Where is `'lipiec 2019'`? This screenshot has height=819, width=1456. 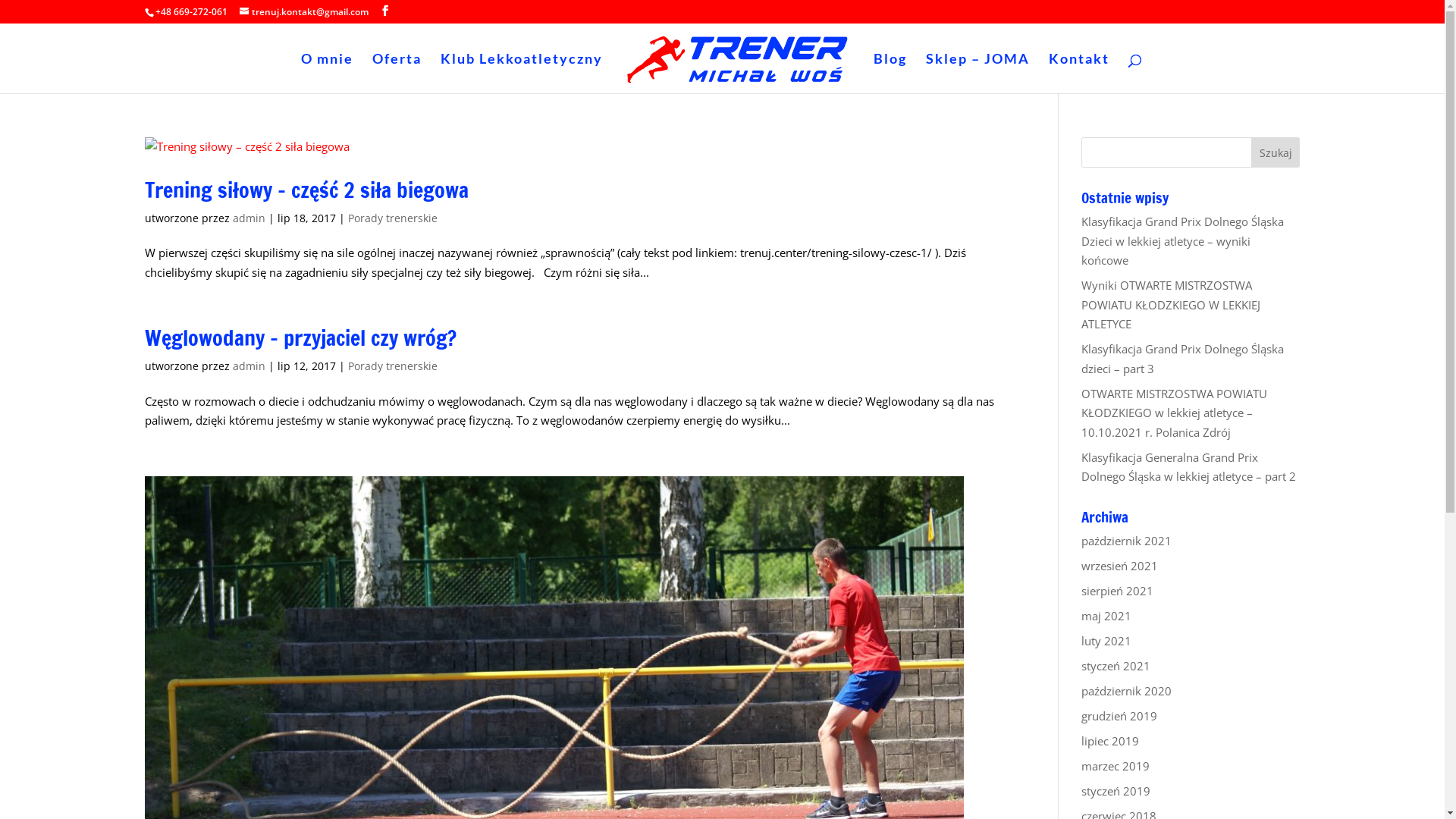
'lipiec 2019' is located at coordinates (1110, 739).